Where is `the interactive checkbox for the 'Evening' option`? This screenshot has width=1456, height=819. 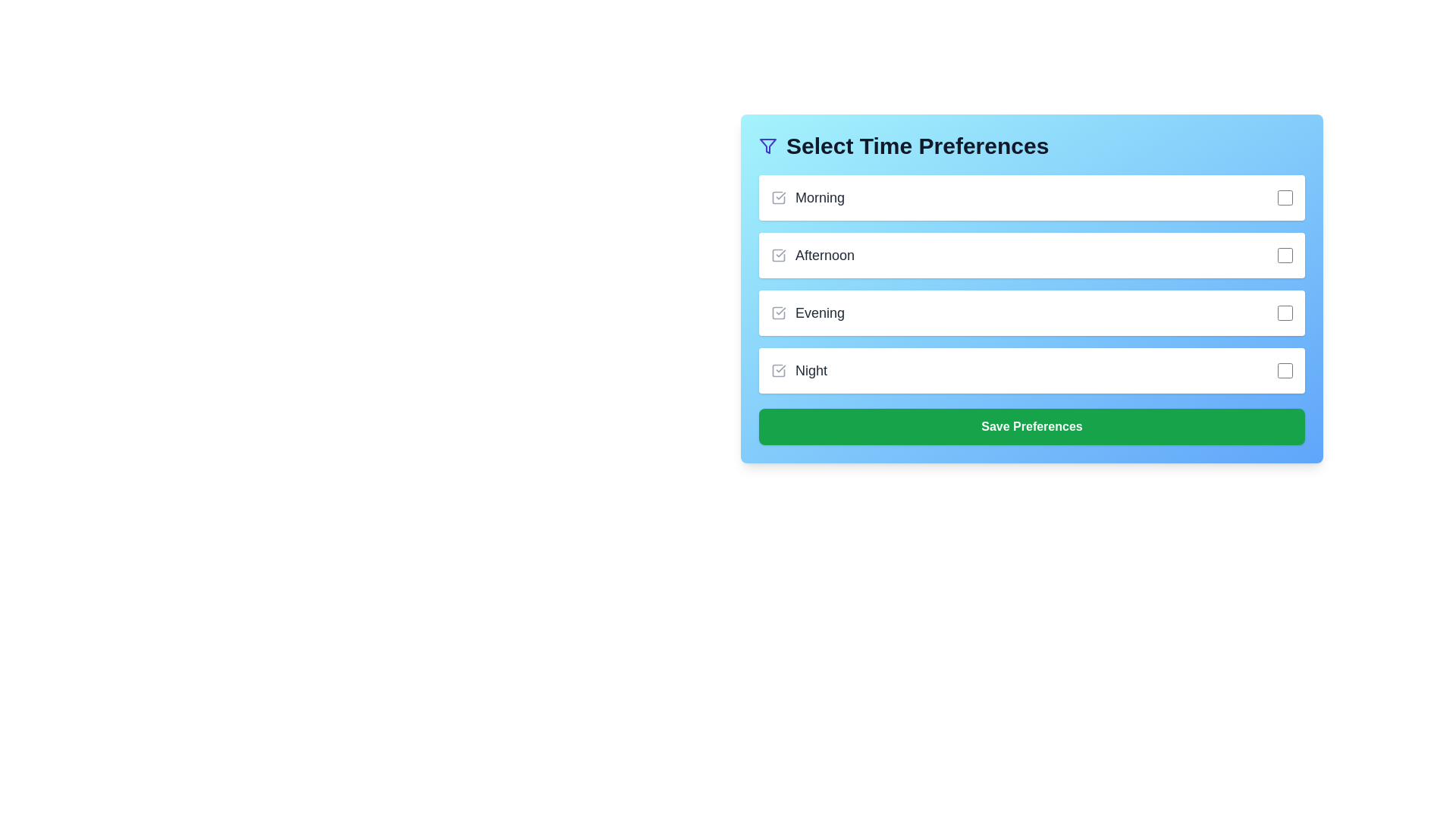 the interactive checkbox for the 'Evening' option is located at coordinates (779, 312).